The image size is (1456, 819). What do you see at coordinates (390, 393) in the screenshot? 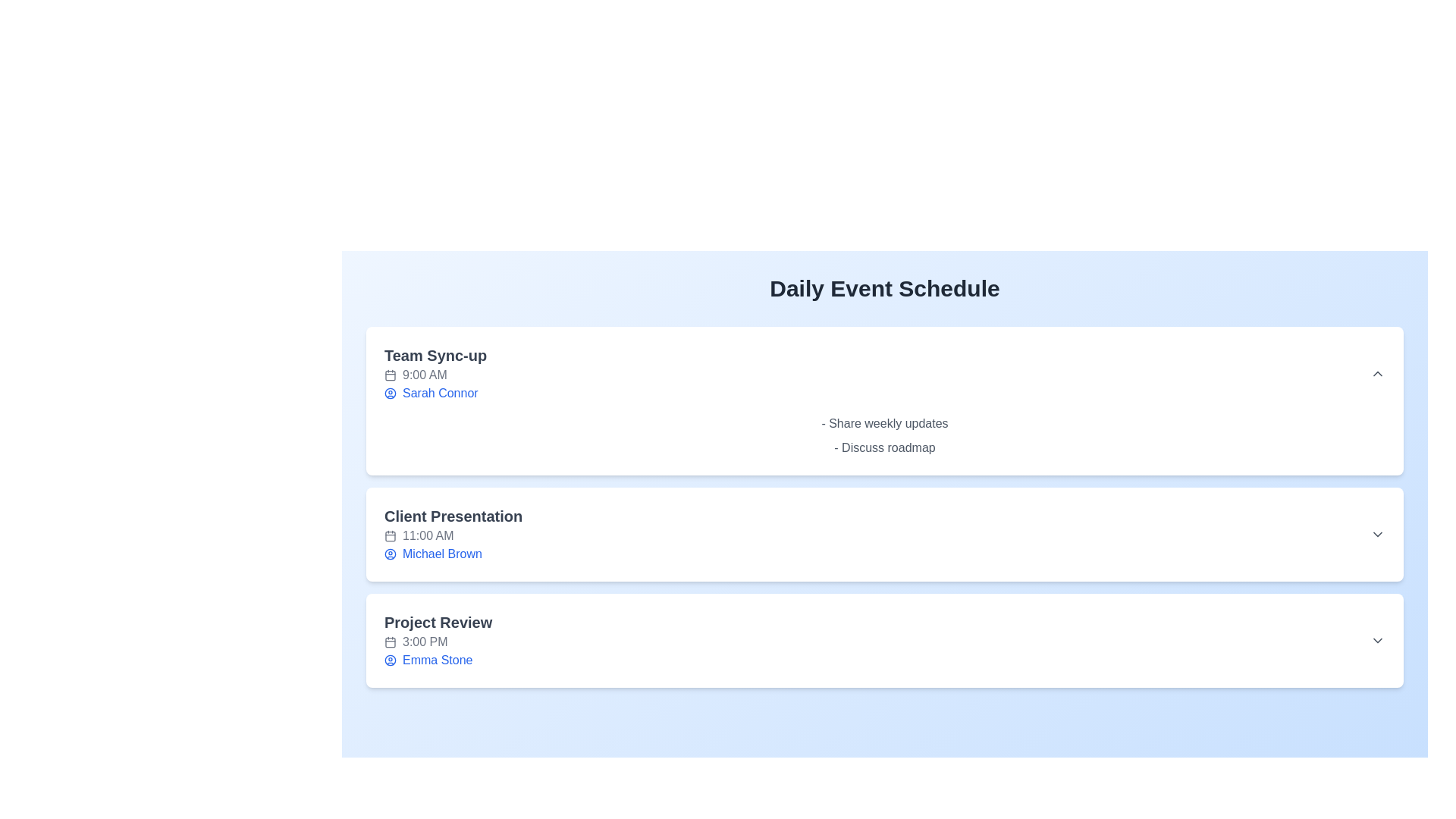
I see `the SVG user avatar icon representing 'Sarah Connor' in the 'Team Sync-up' block of the schedule interface` at bounding box center [390, 393].